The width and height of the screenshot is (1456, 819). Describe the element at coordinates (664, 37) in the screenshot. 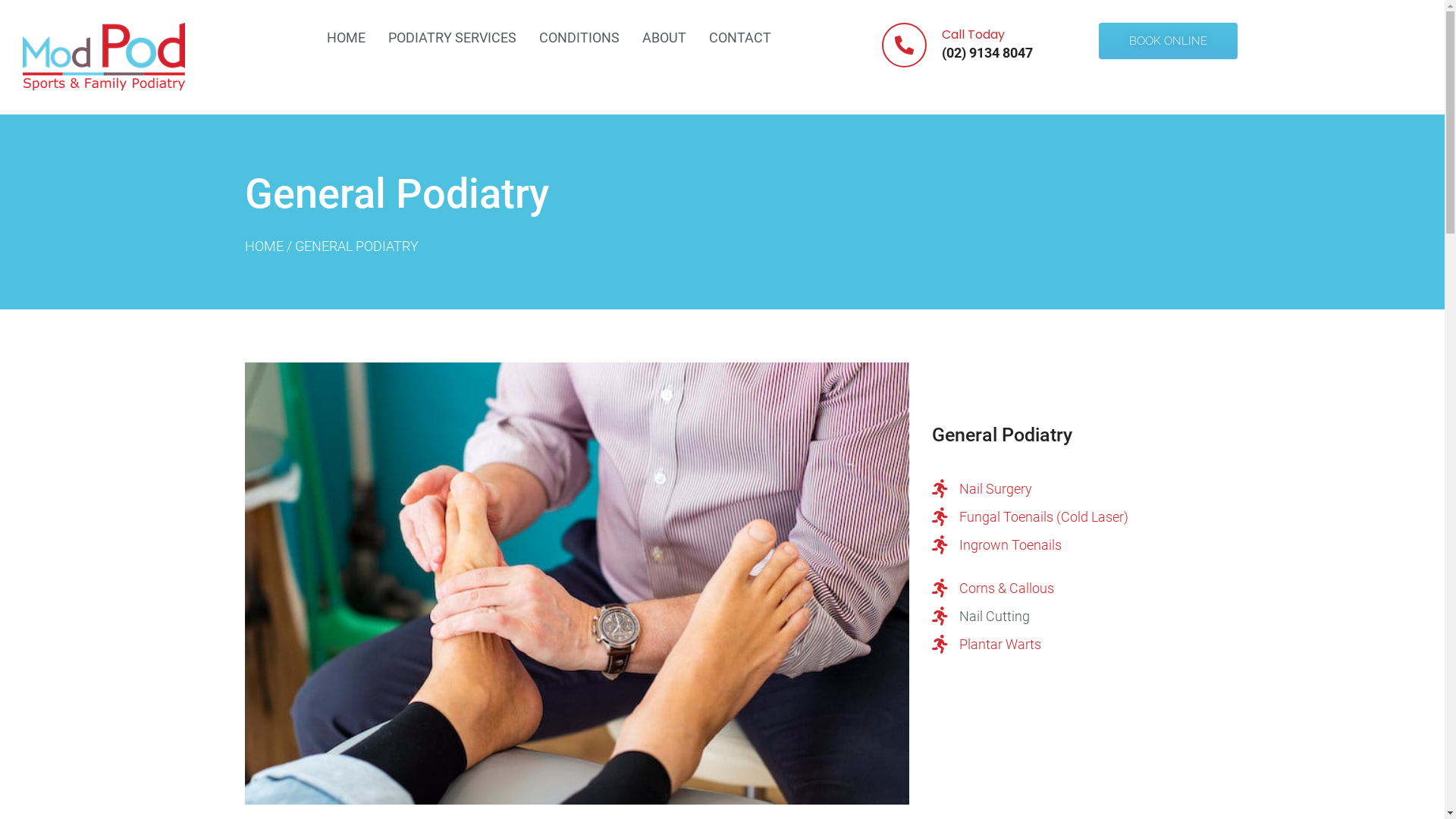

I see `'ABOUT'` at that location.